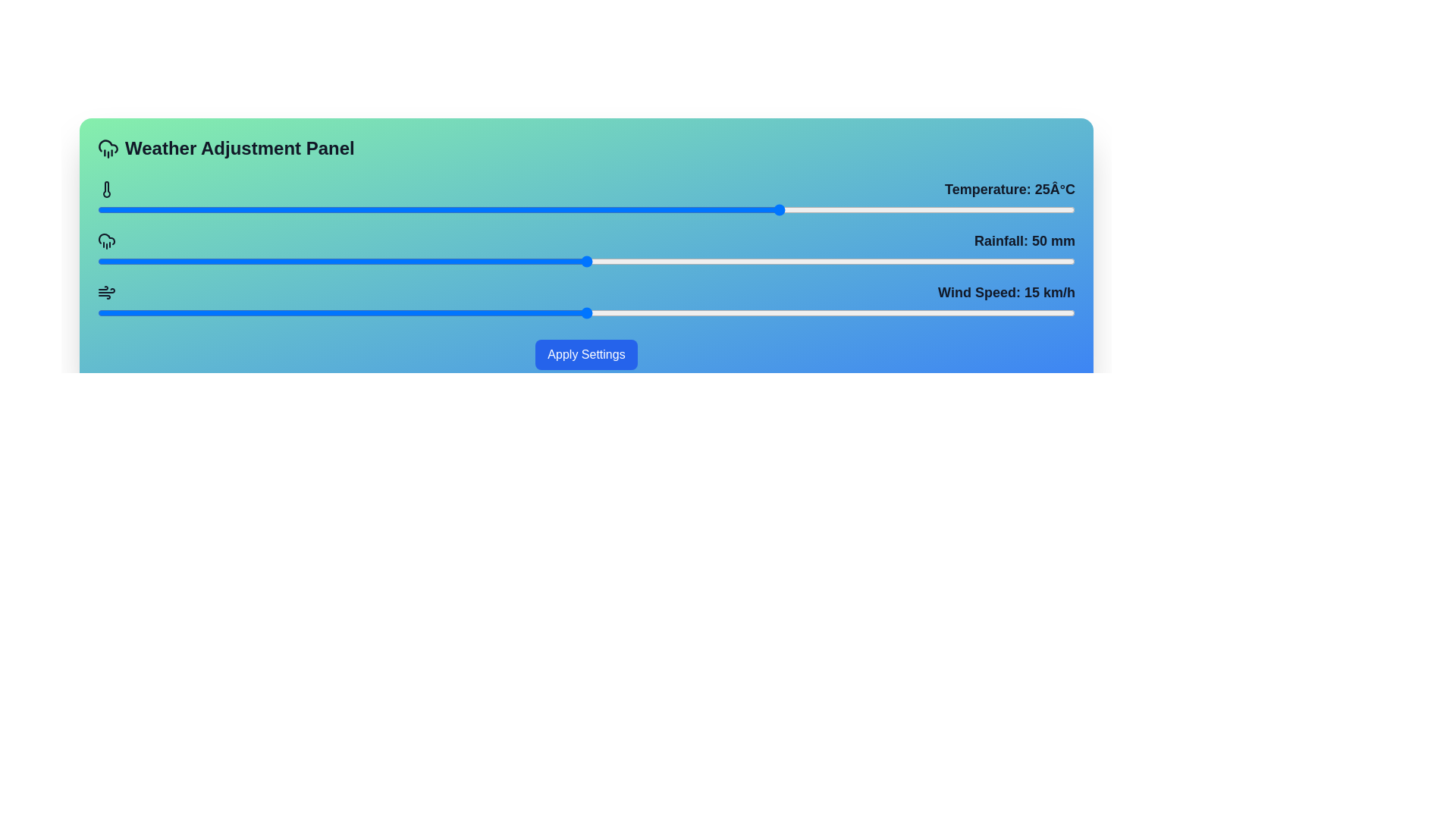 The height and width of the screenshot is (819, 1456). Describe the element at coordinates (105, 239) in the screenshot. I see `the rainfall icon, which is part of a cloud and rain icon with a bold black outline, located in the second row of the weather adjustment panel` at that location.